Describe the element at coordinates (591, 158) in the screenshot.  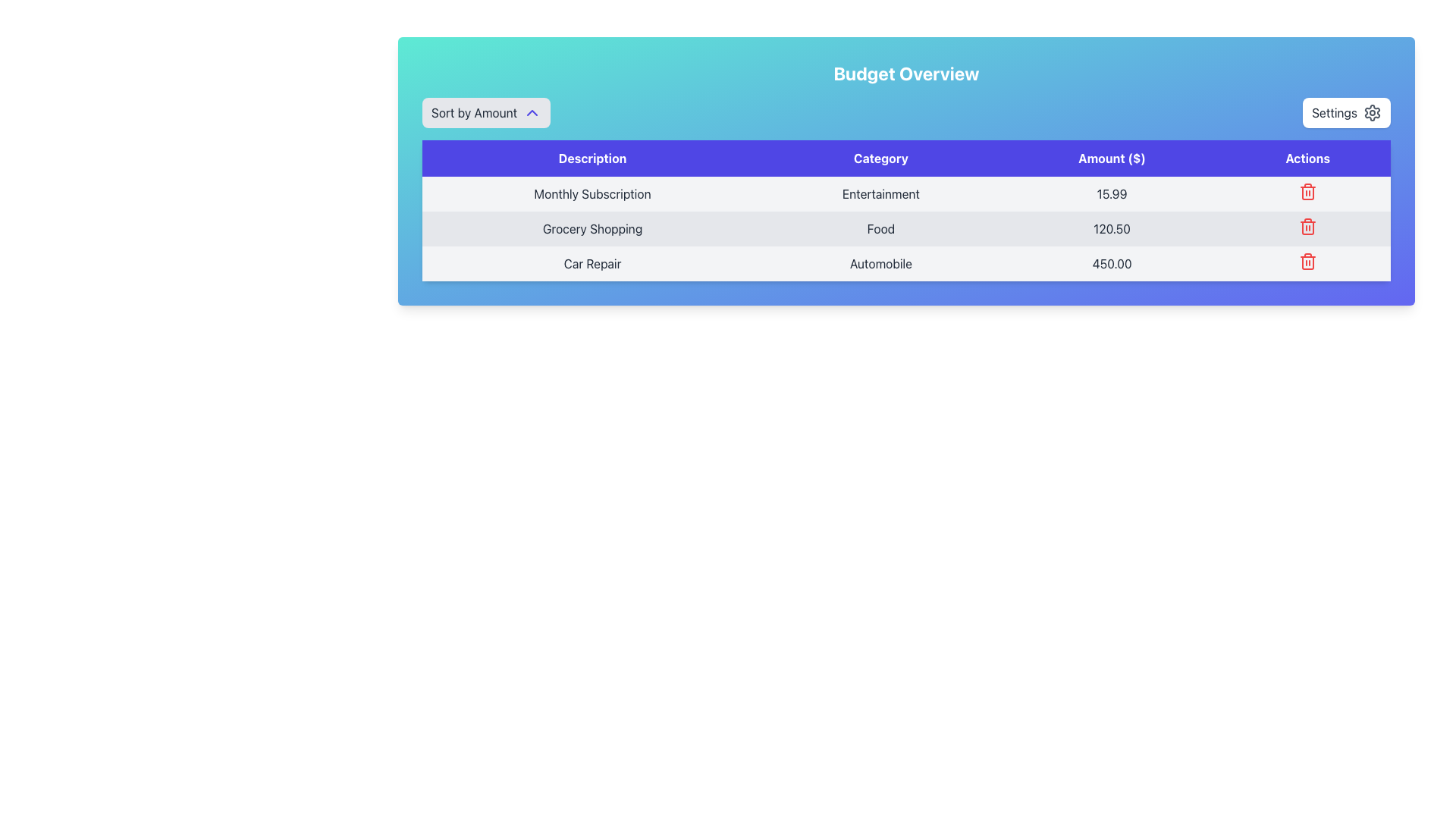
I see `the first column header in the tabular layout, positioned to the left of the 'Category' header and above the text entries` at that location.